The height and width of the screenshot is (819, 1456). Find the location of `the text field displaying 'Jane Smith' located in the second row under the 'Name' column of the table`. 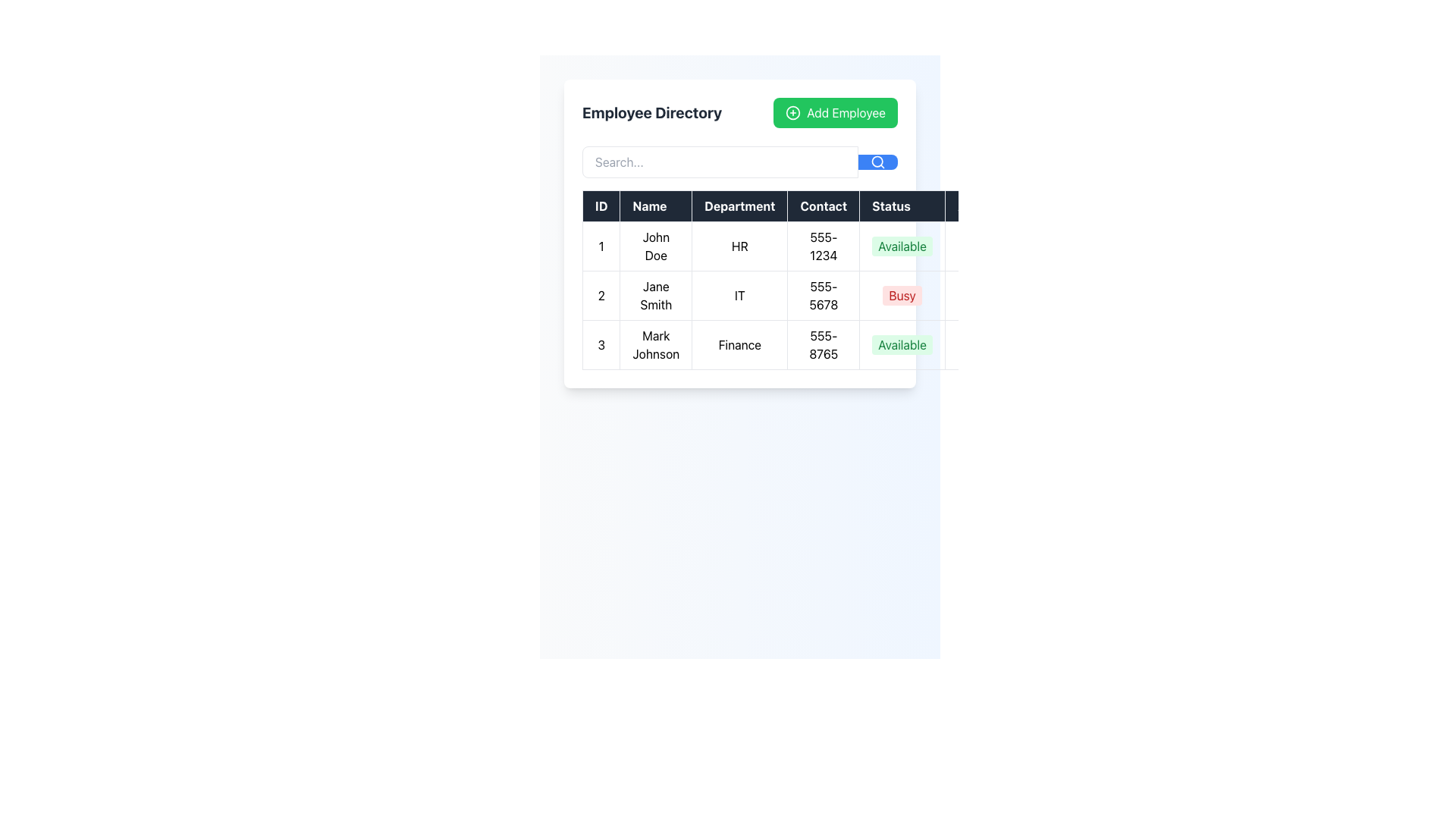

the text field displaying 'Jane Smith' located in the second row under the 'Name' column of the table is located at coordinates (656, 295).